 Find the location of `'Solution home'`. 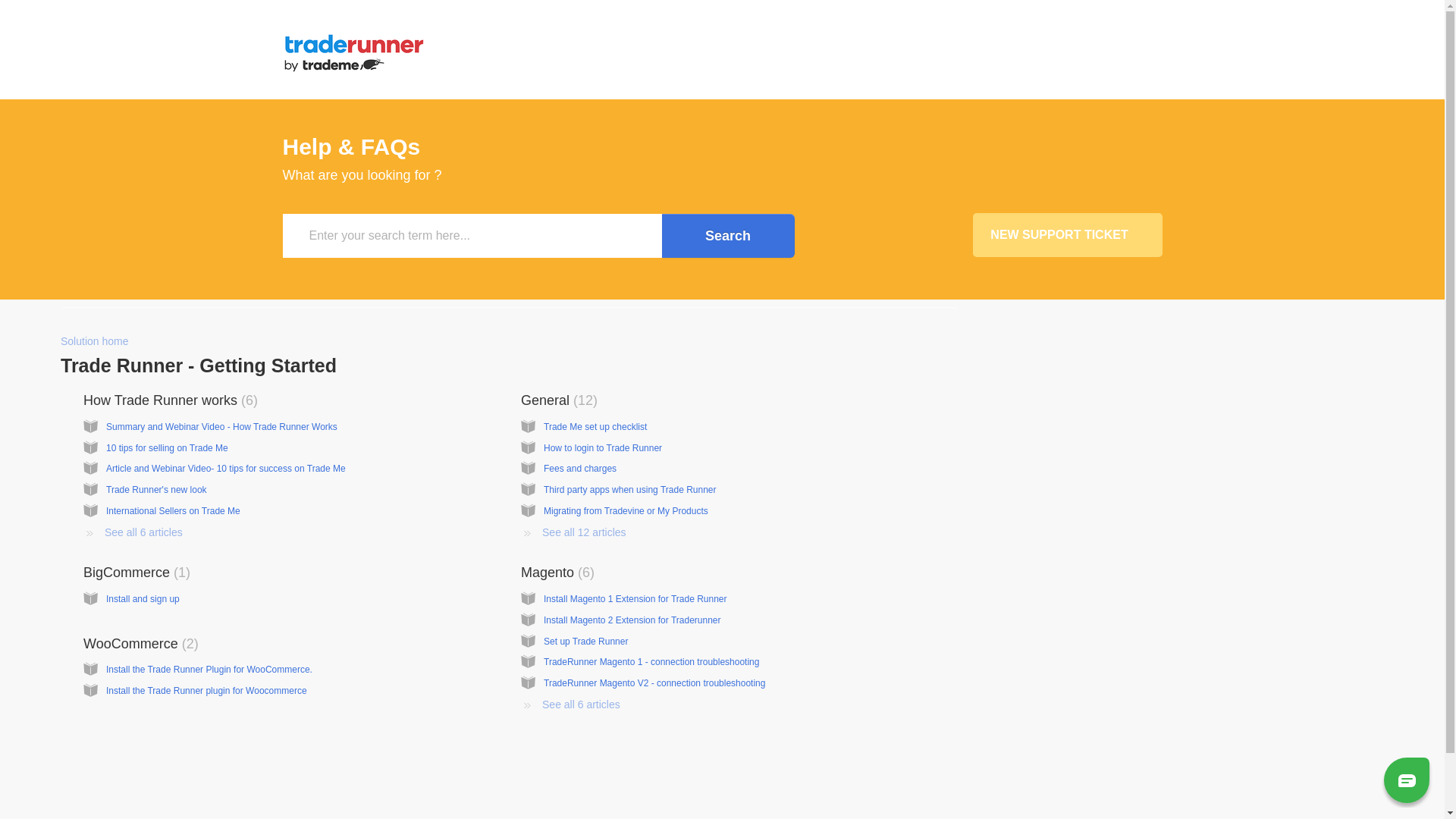

'Solution home' is located at coordinates (93, 341).